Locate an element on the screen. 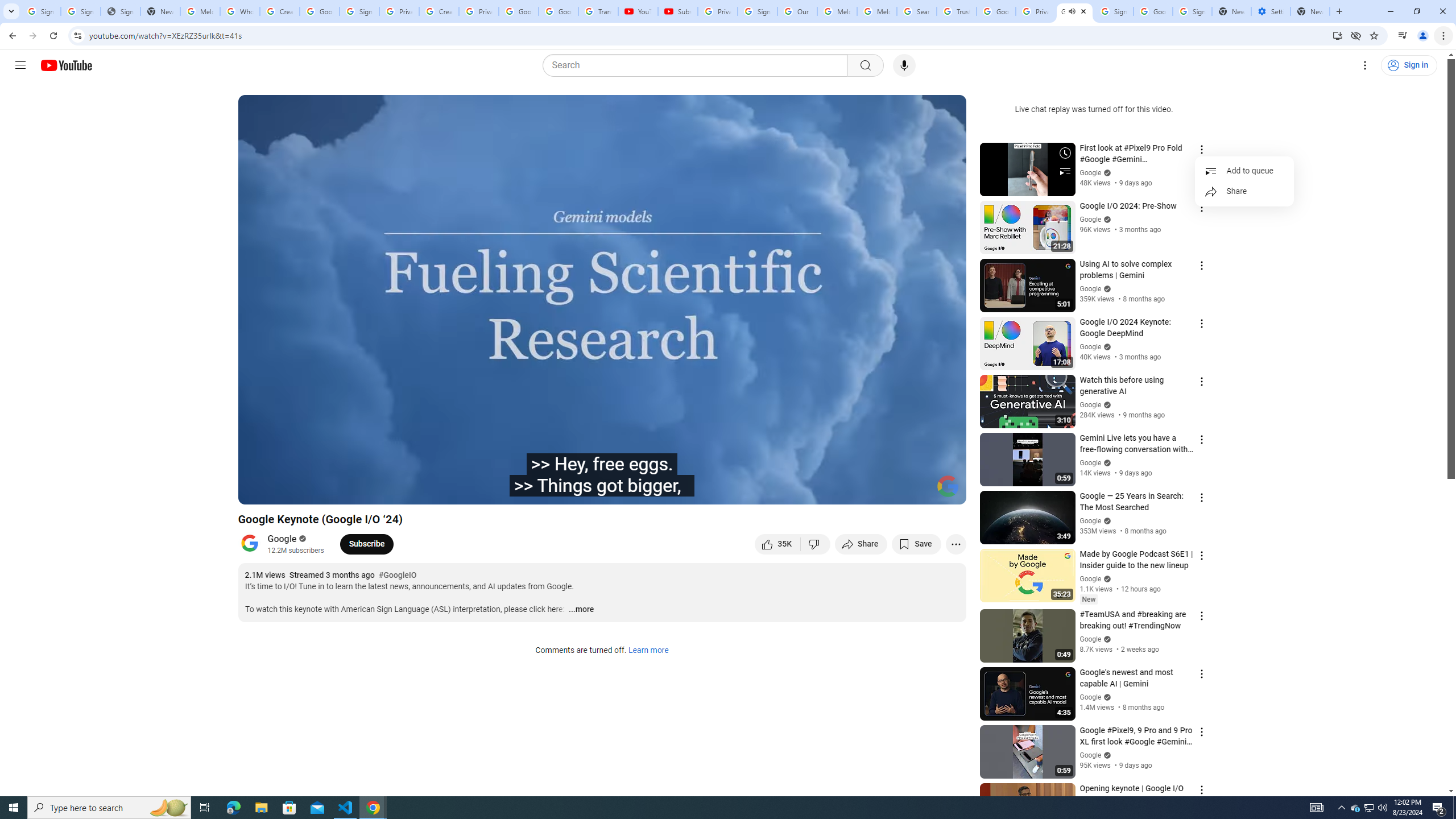 The width and height of the screenshot is (1456, 819). 'Search with your voice' is located at coordinates (904, 65).